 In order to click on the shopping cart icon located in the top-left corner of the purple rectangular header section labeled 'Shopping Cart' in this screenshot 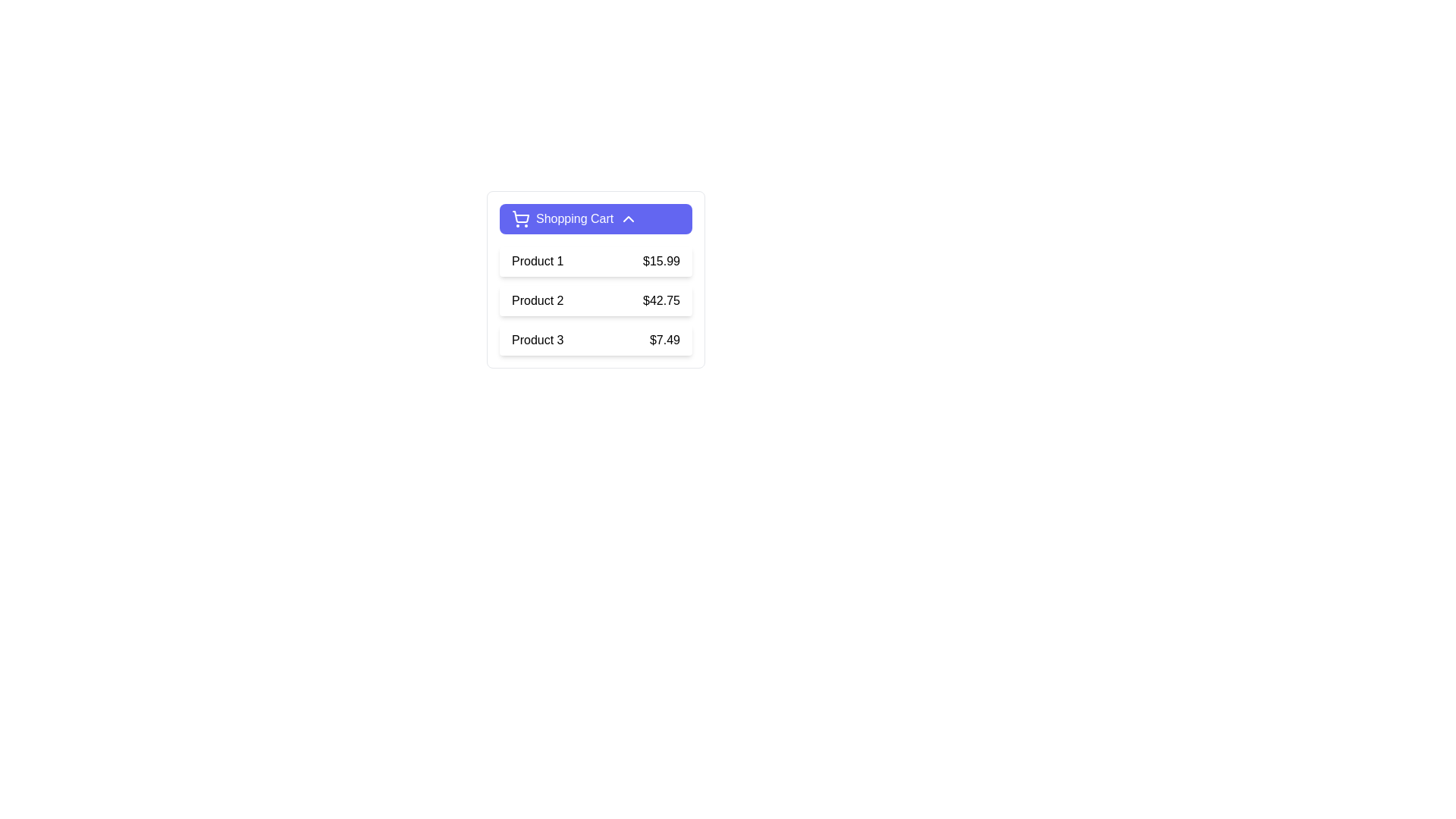, I will do `click(520, 217)`.